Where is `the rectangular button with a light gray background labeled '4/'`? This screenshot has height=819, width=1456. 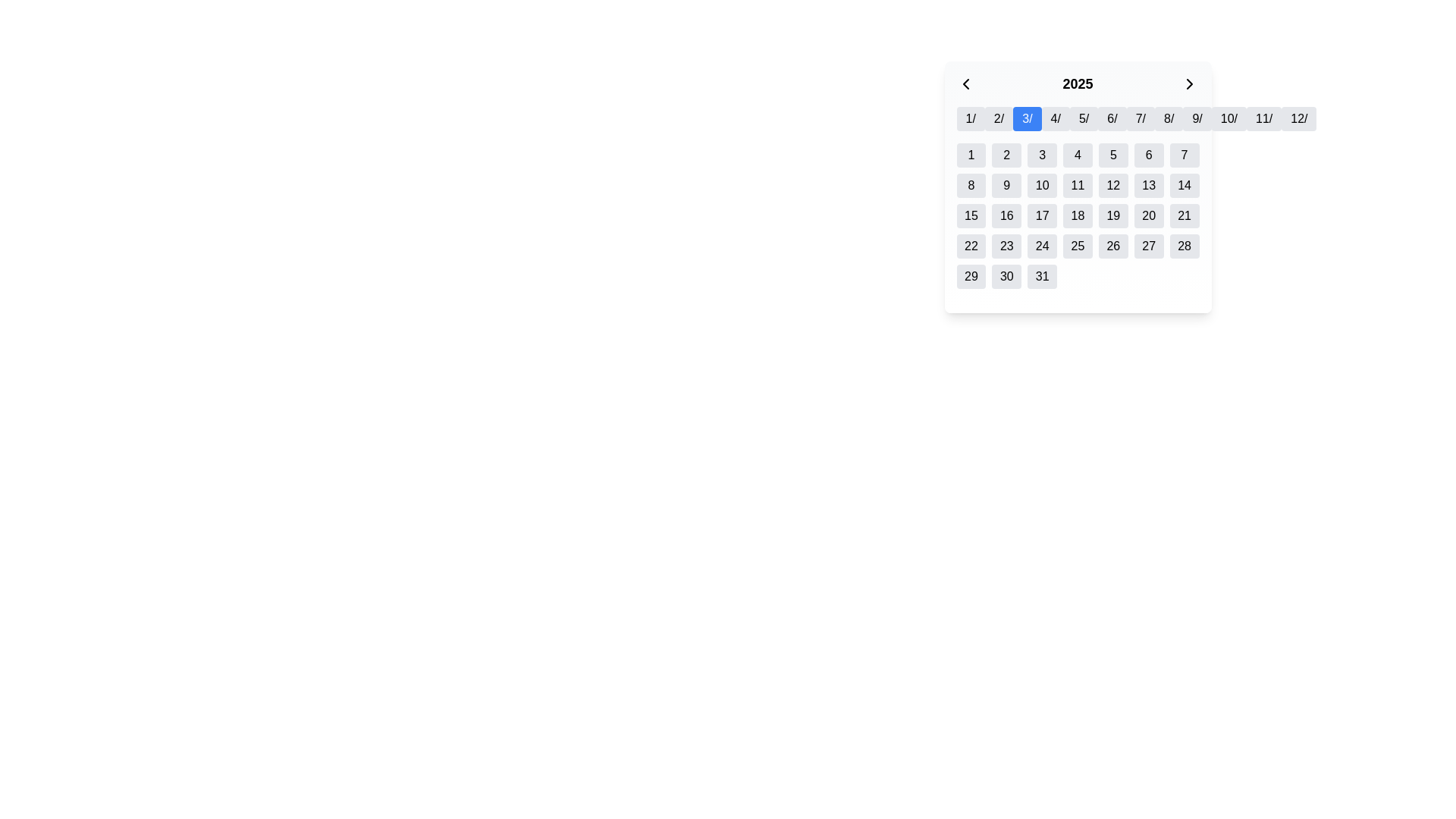
the rectangular button with a light gray background labeled '4/' is located at coordinates (1055, 118).